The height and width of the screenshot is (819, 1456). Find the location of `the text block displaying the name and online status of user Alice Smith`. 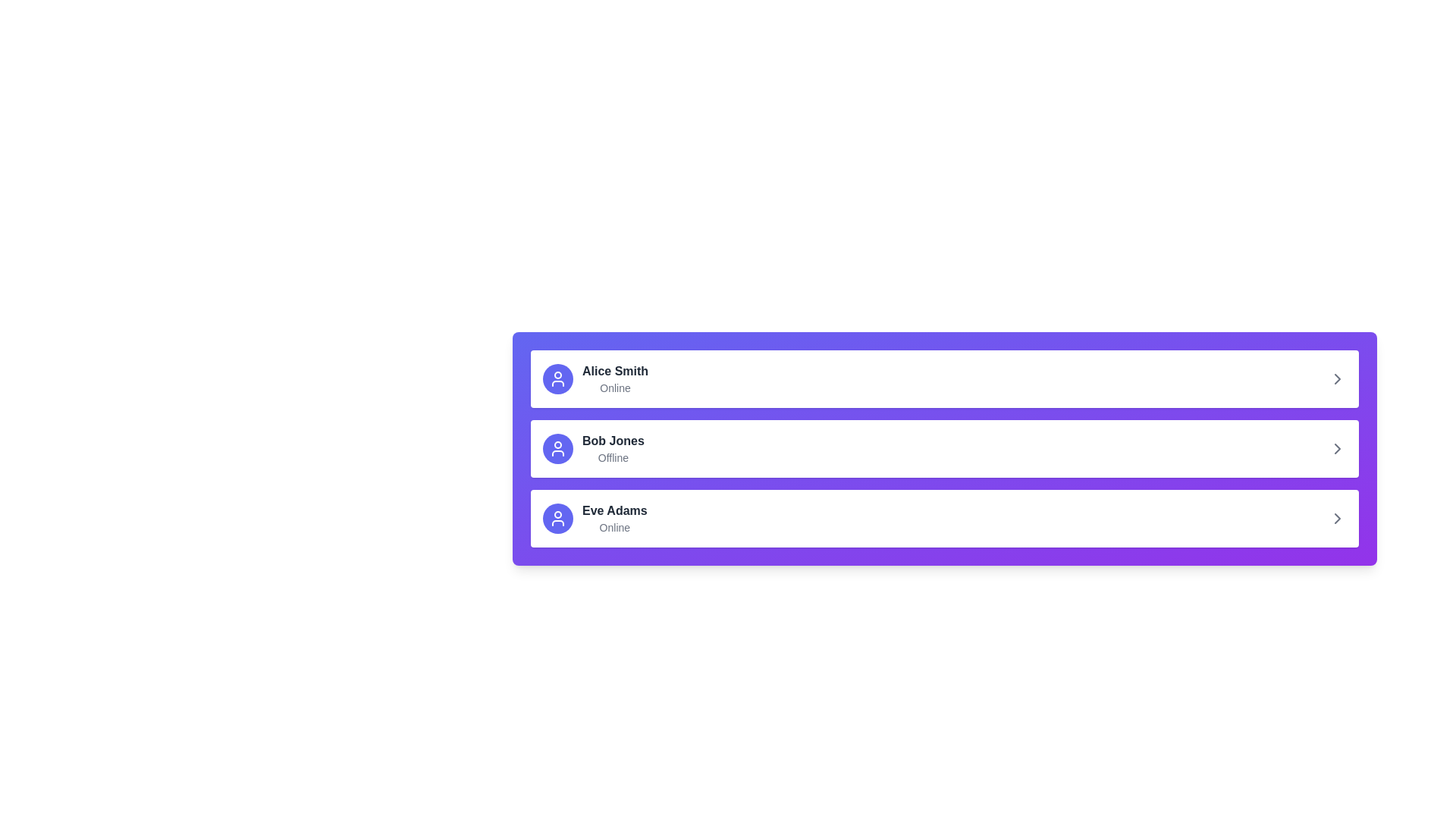

the text block displaying the name and online status of user Alice Smith is located at coordinates (615, 378).